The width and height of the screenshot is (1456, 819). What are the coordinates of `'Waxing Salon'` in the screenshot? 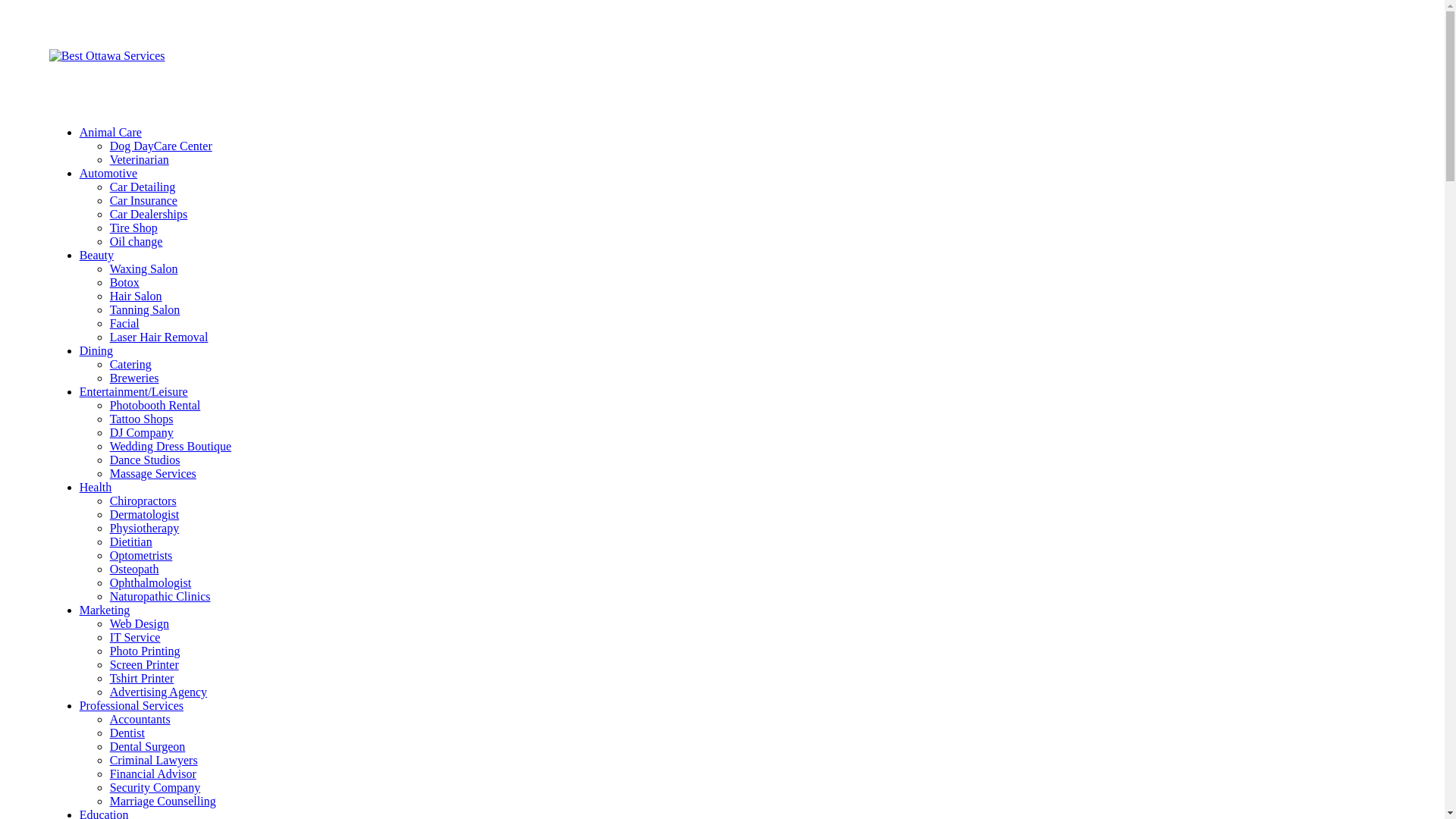 It's located at (108, 268).